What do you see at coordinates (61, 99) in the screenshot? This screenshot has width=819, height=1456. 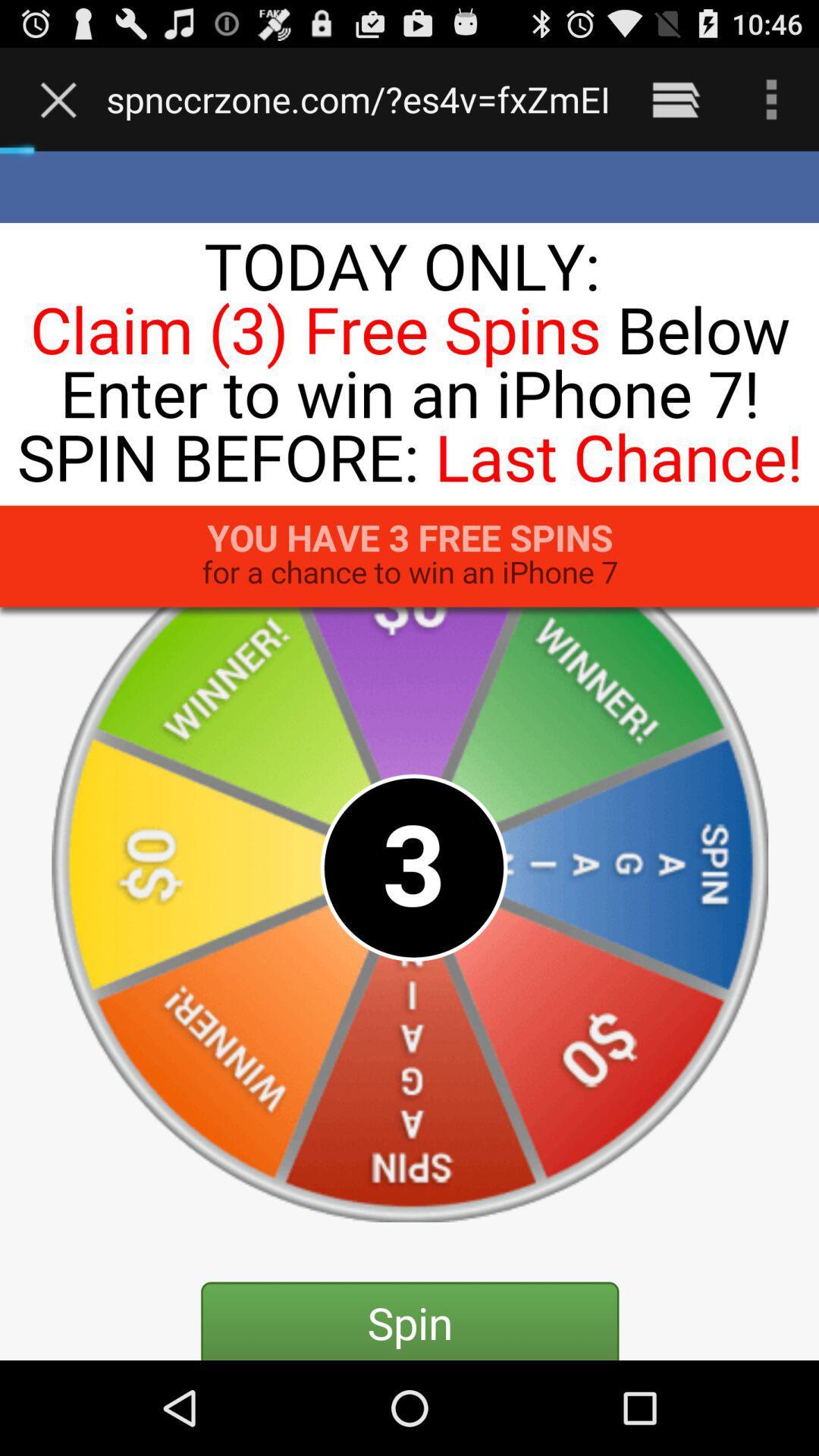 I see `icon at the top left corner` at bounding box center [61, 99].